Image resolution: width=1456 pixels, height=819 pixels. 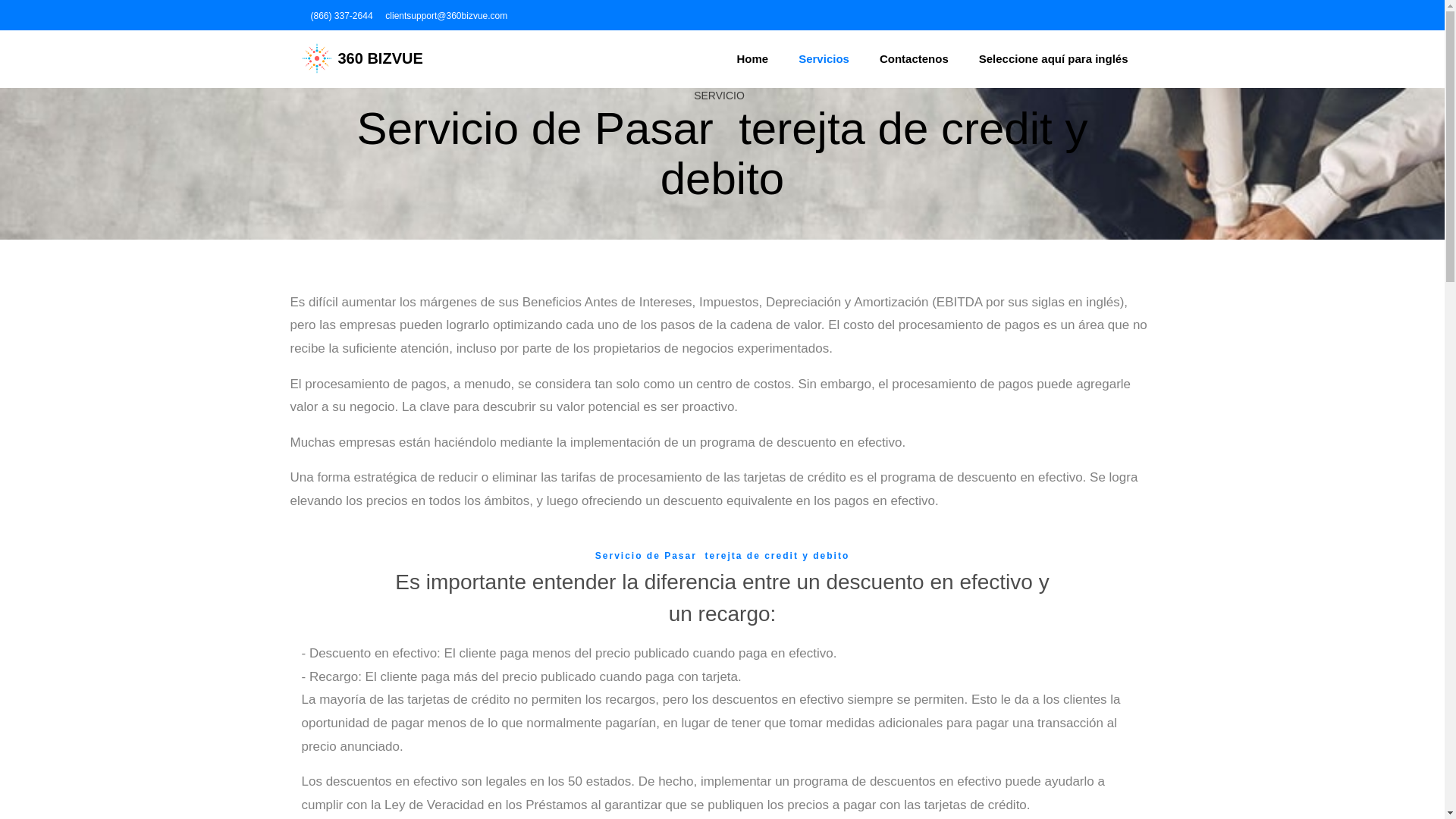 I want to click on 'Home', so click(x=753, y=58).